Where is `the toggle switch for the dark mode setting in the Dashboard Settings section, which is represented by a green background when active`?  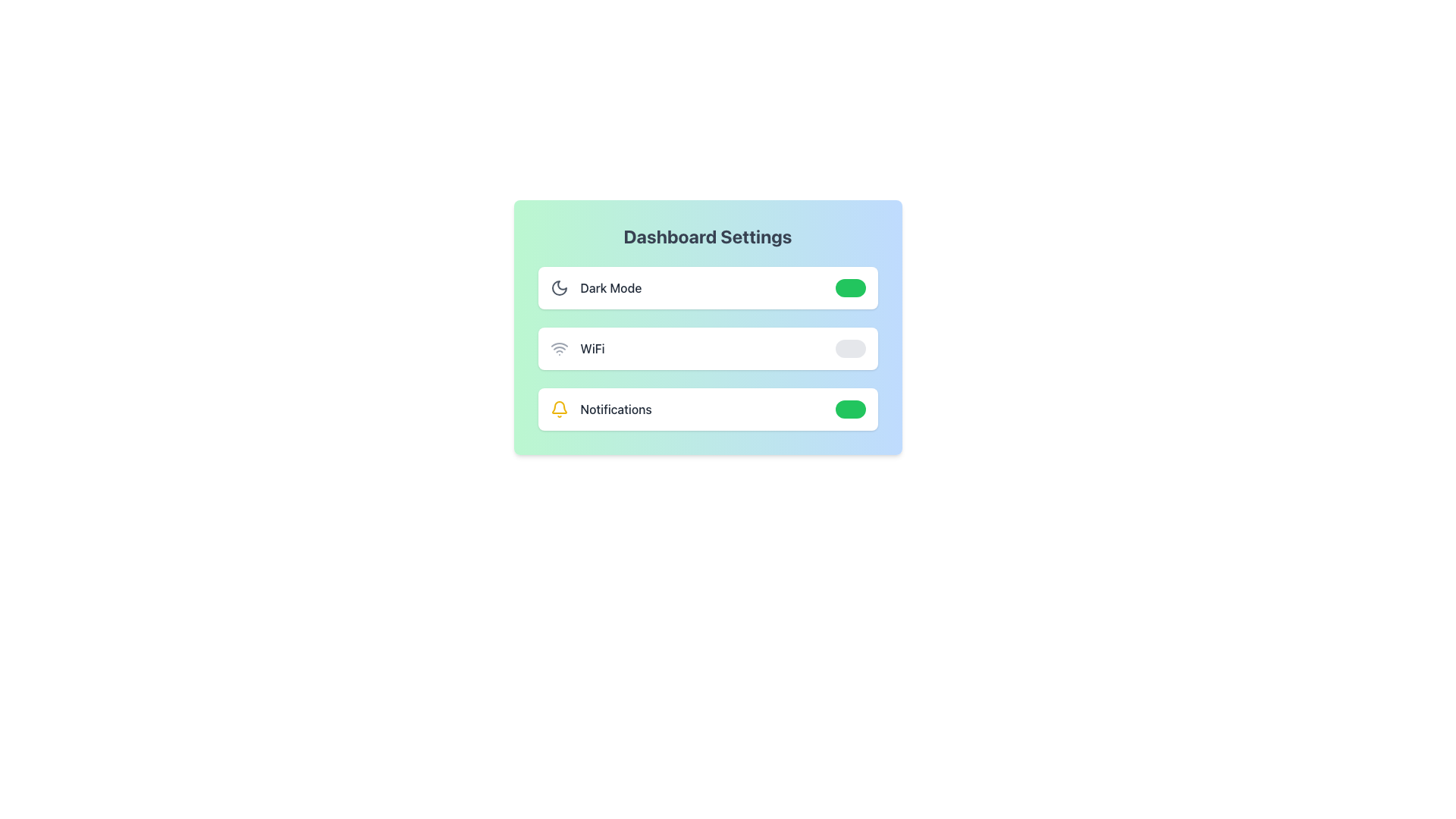 the toggle switch for the dark mode setting in the Dashboard Settings section, which is represented by a green background when active is located at coordinates (850, 288).